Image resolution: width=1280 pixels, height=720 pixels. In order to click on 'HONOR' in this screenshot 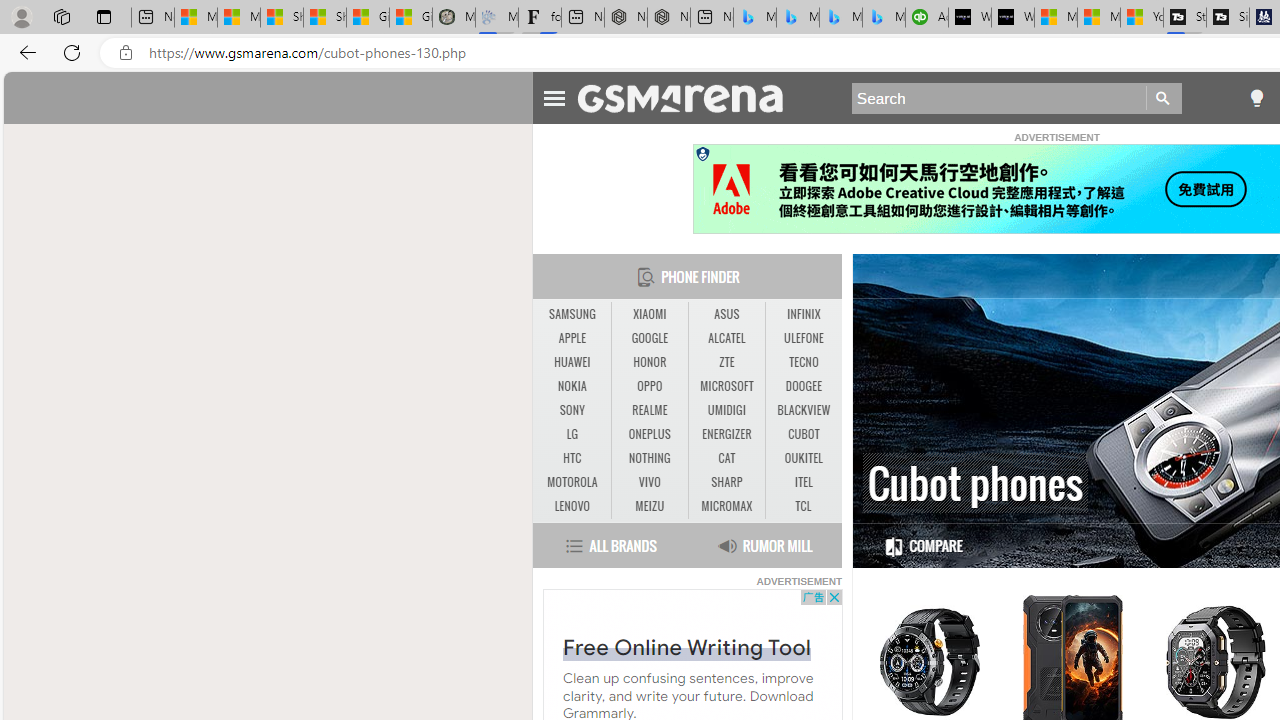, I will do `click(650, 362)`.